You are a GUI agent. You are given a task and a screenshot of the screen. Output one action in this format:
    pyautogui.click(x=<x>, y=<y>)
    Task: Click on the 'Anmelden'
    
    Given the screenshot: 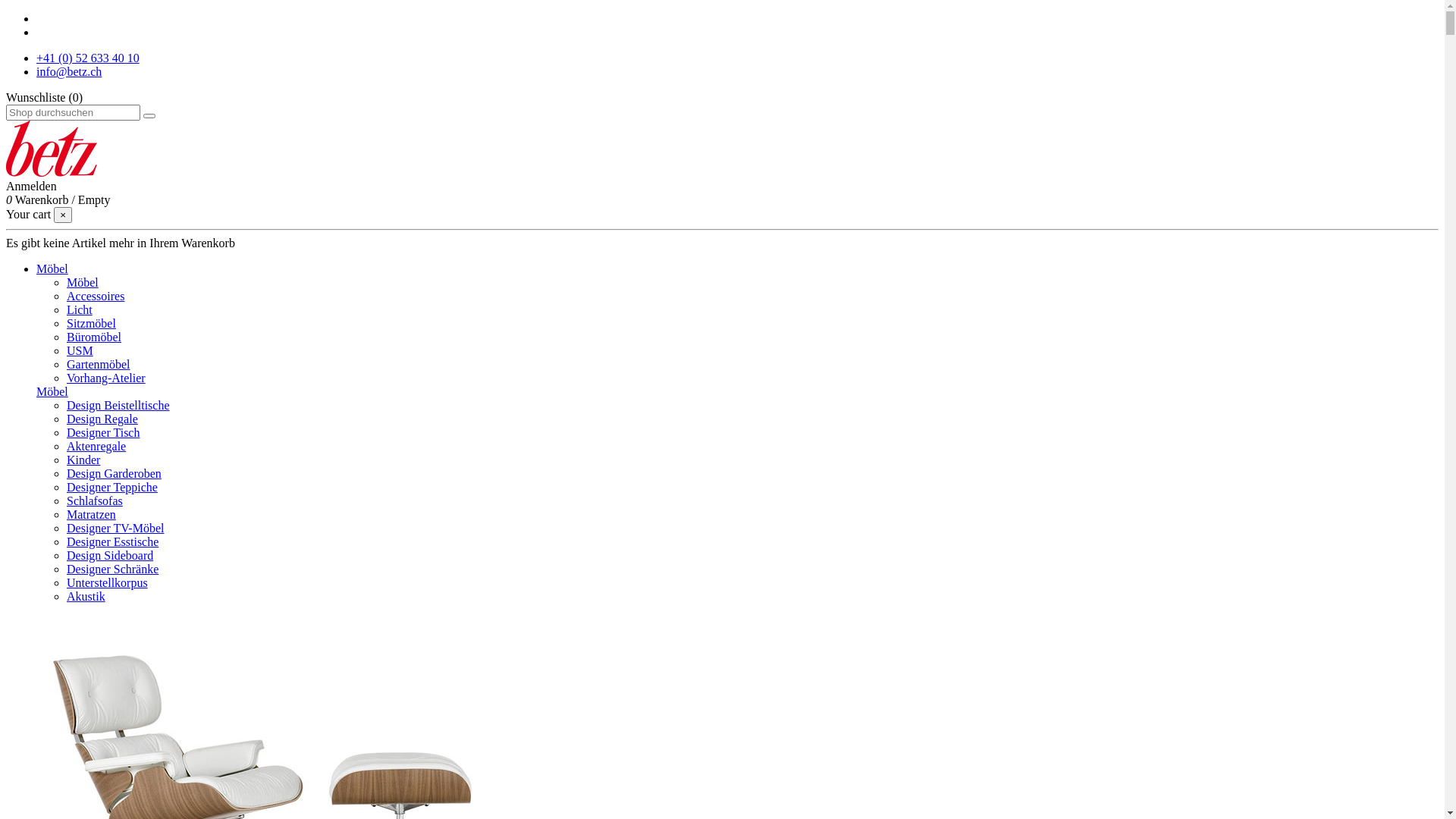 What is the action you would take?
    pyautogui.click(x=31, y=185)
    